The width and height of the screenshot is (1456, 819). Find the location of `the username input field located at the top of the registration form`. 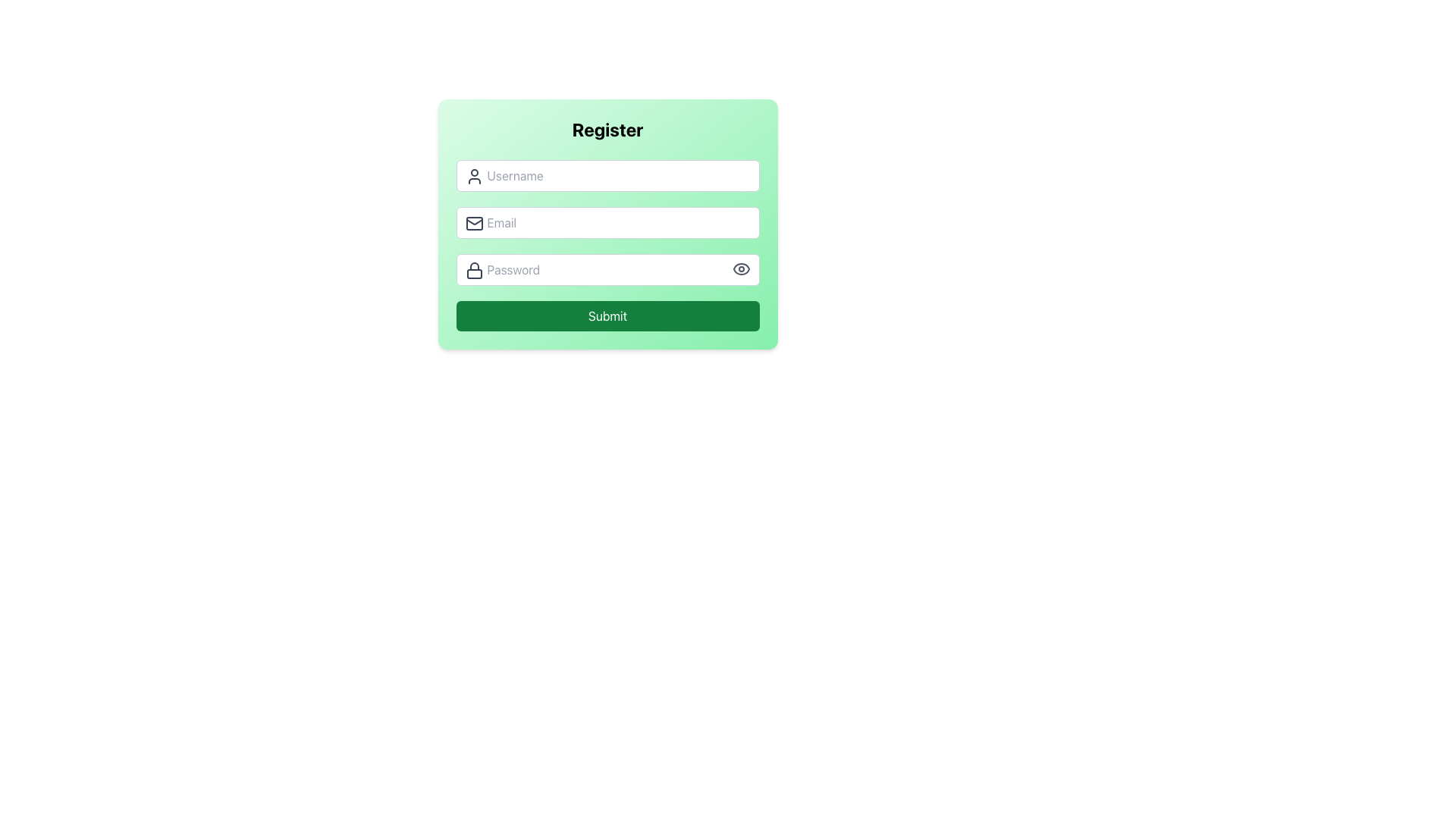

the username input field located at the top of the registration form is located at coordinates (607, 174).